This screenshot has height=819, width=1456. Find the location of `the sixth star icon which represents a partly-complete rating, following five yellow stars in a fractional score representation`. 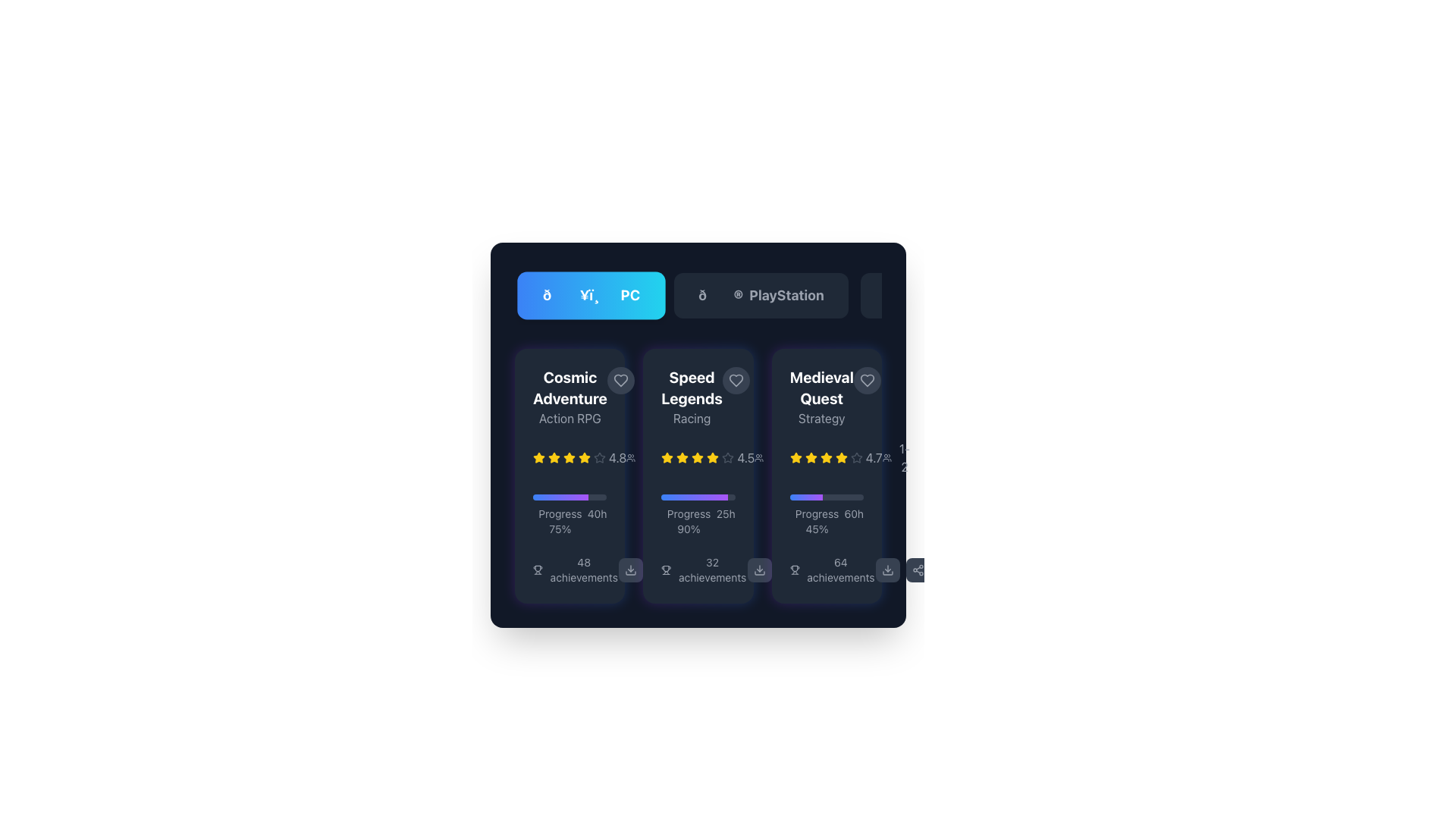

the sixth star icon which represents a partly-complete rating, following five yellow stars in a fractional score representation is located at coordinates (856, 457).